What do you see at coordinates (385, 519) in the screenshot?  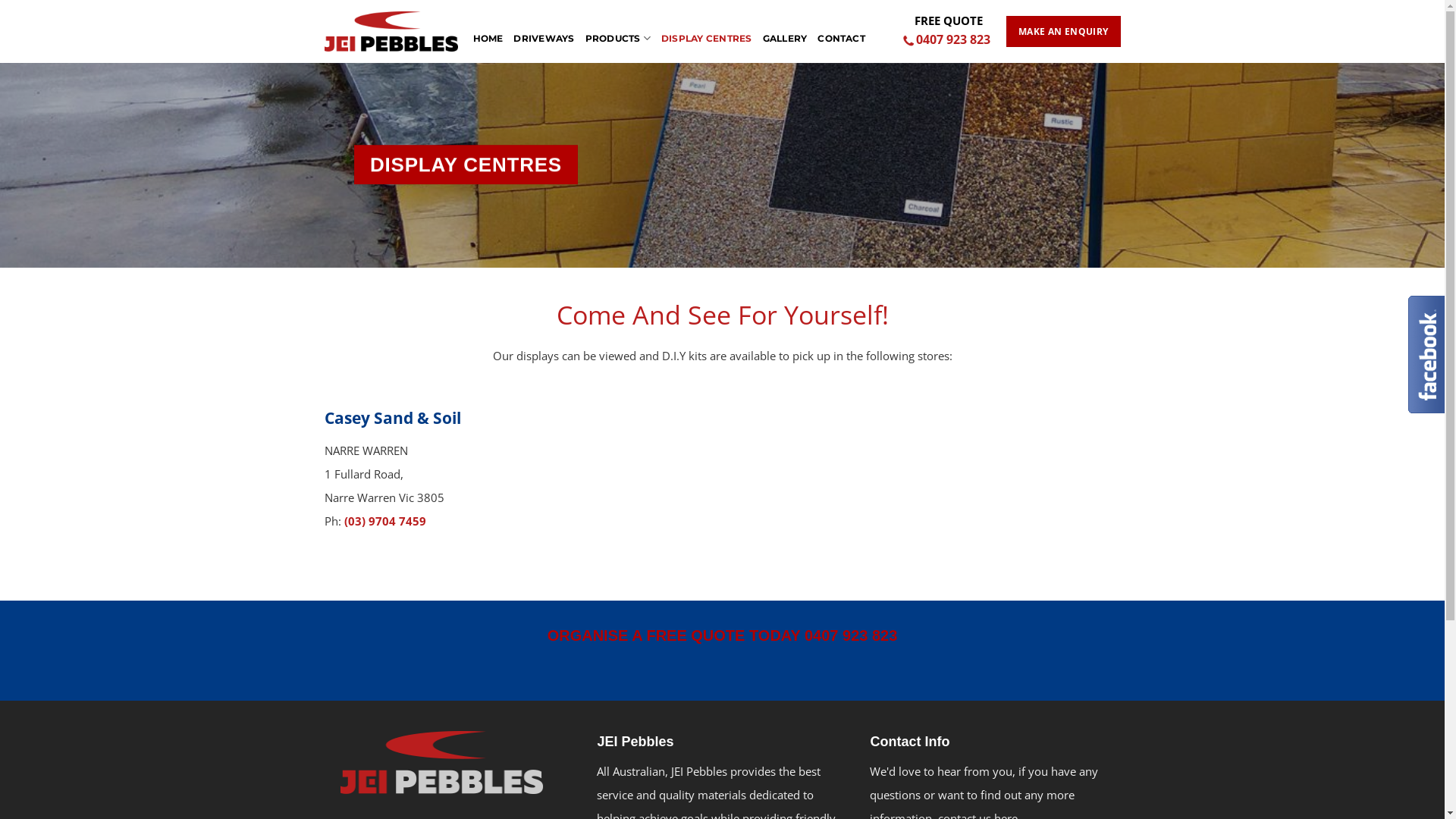 I see `'(03) 9704 7459'` at bounding box center [385, 519].